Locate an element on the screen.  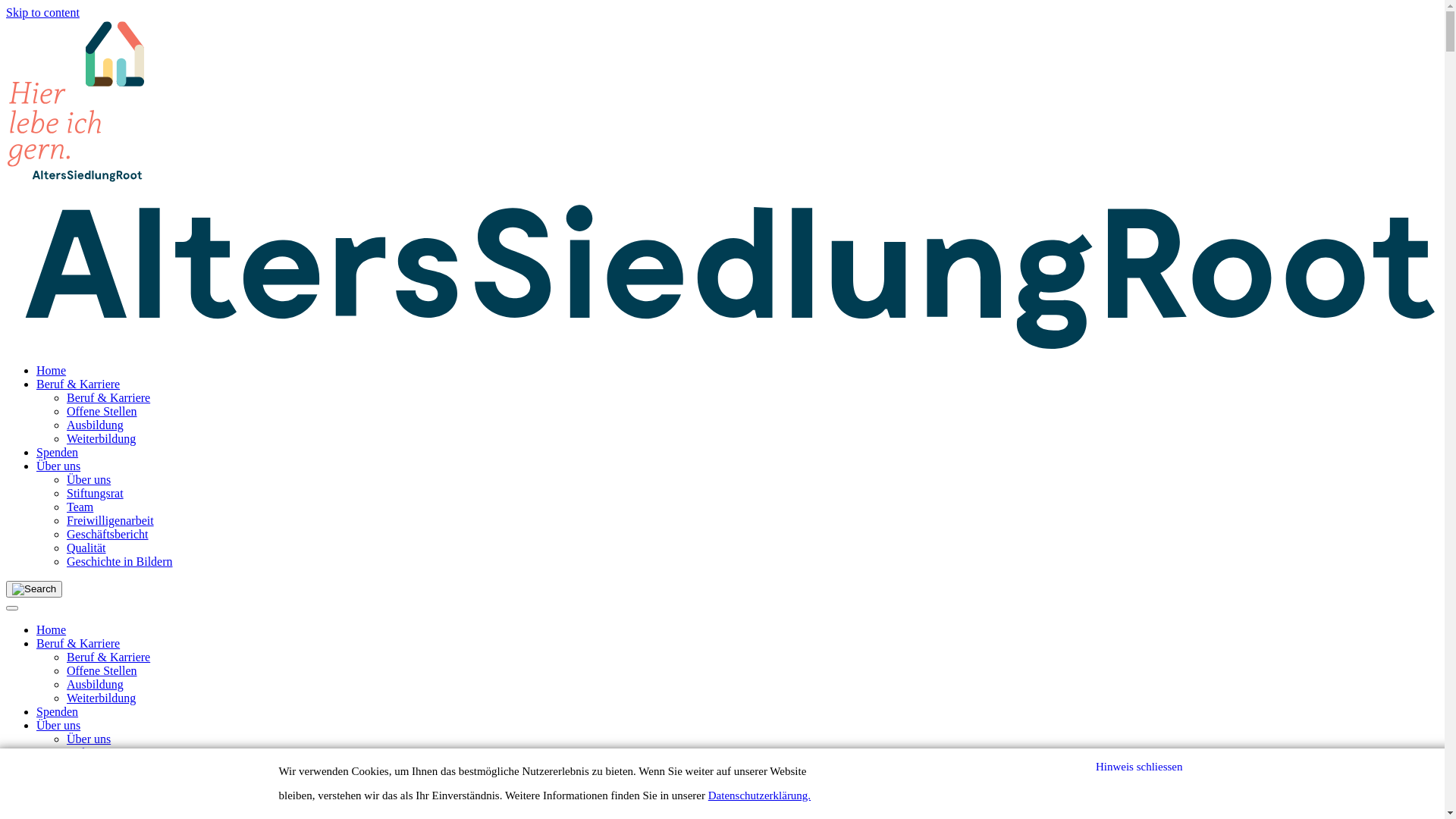
'Skip to content' is located at coordinates (42, 12).